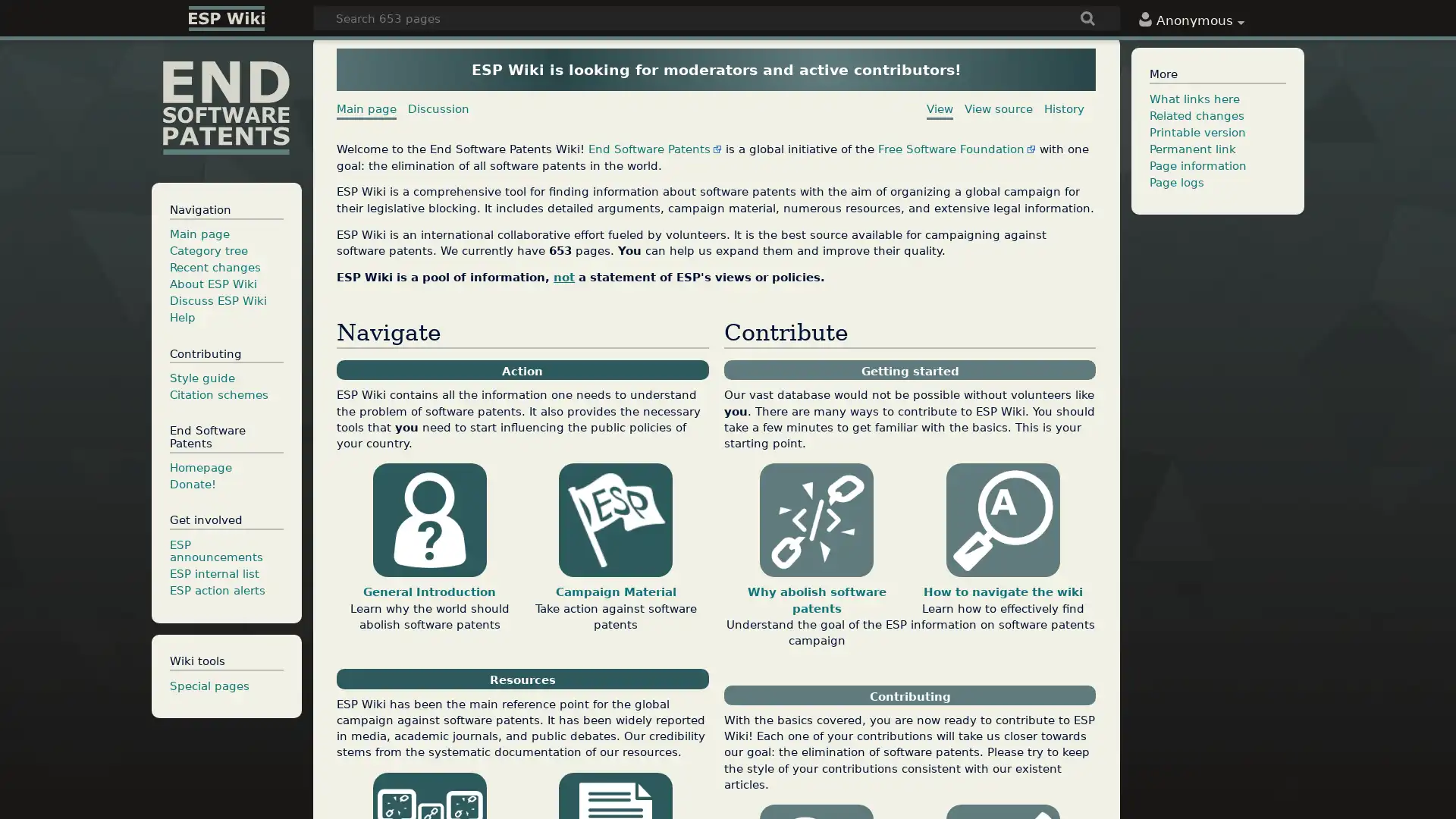 This screenshot has height=819, width=1456. What do you see at coordinates (1087, 20) in the screenshot?
I see `Go` at bounding box center [1087, 20].